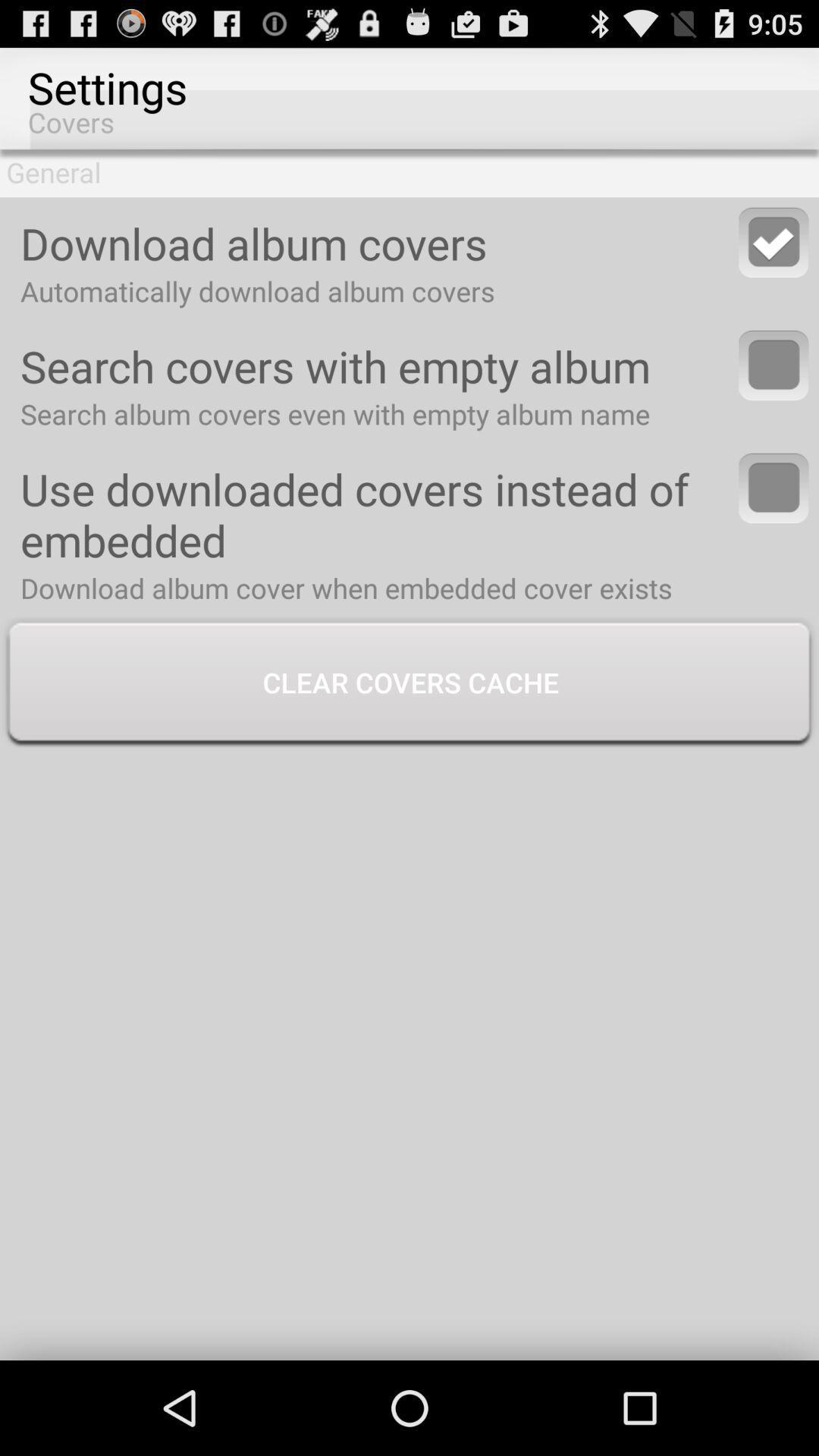 The width and height of the screenshot is (819, 1456). Describe the element at coordinates (409, 683) in the screenshot. I see `clear covers cache` at that location.